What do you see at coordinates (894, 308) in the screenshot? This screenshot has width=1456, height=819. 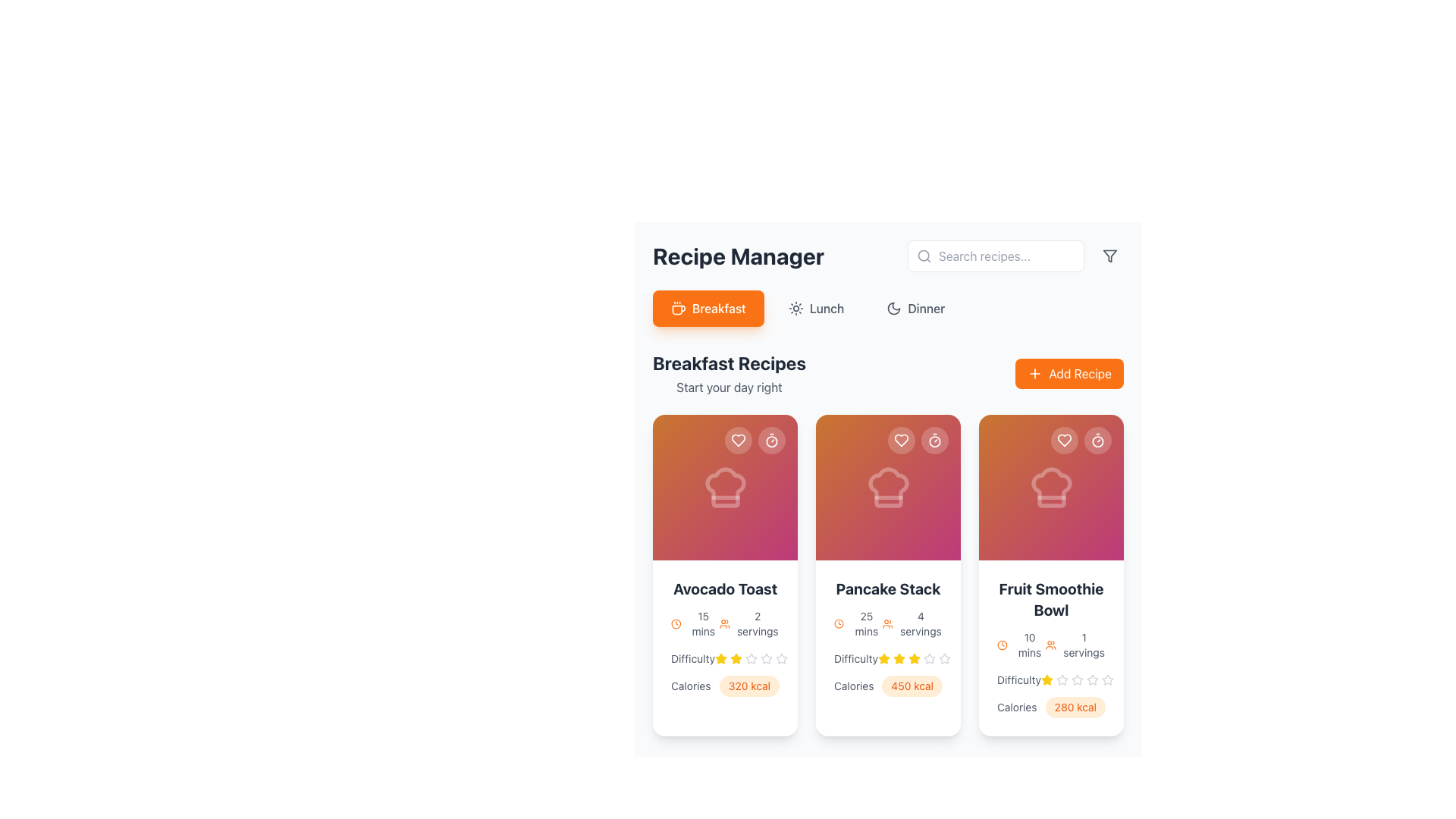 I see `the crescent moon icon located in the header area, associated with category selection for 'Breakfast', 'Lunch', or 'Dinner'` at bounding box center [894, 308].